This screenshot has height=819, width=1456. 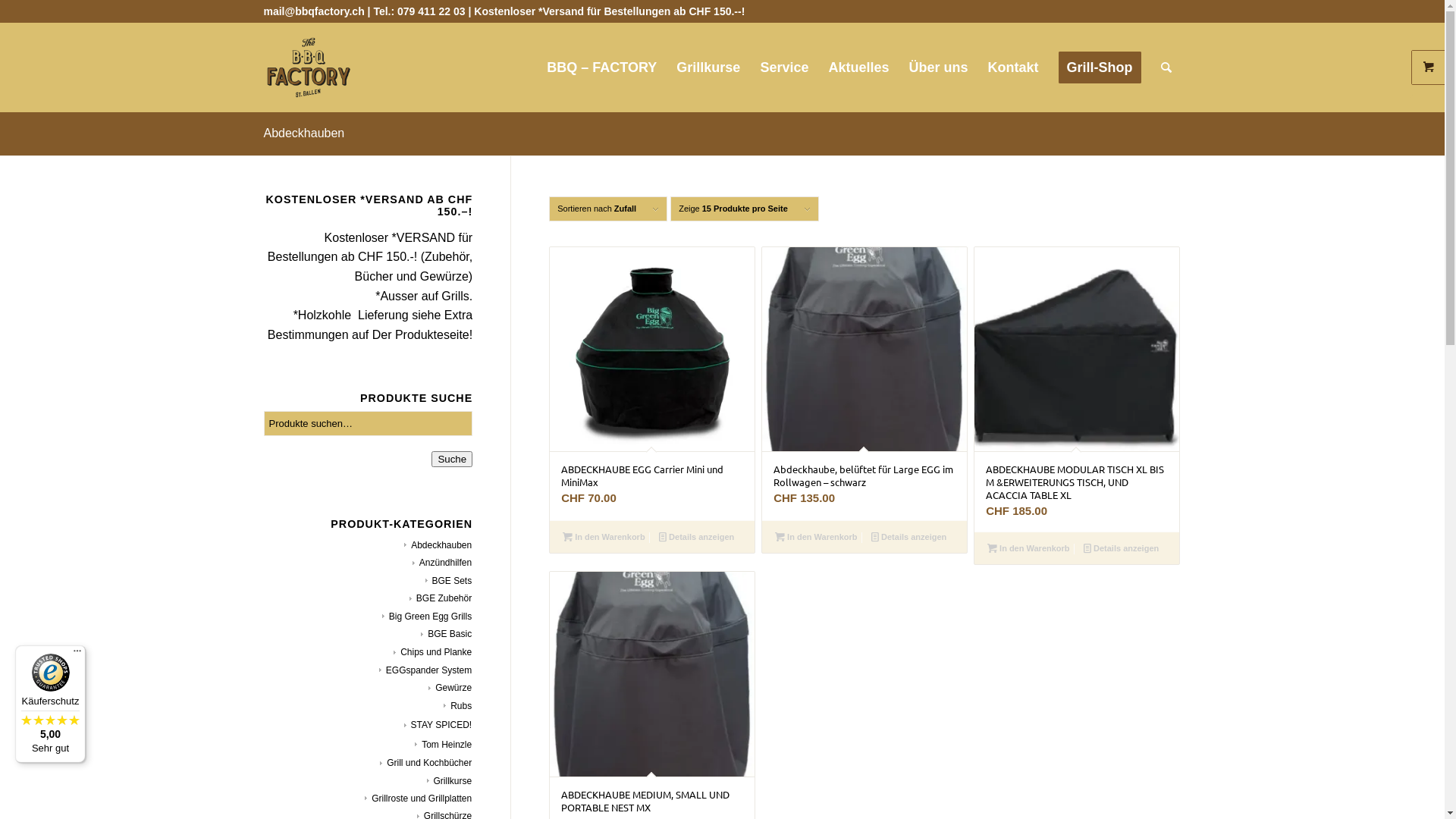 What do you see at coordinates (908, 536) in the screenshot?
I see `'Details anzeigen'` at bounding box center [908, 536].